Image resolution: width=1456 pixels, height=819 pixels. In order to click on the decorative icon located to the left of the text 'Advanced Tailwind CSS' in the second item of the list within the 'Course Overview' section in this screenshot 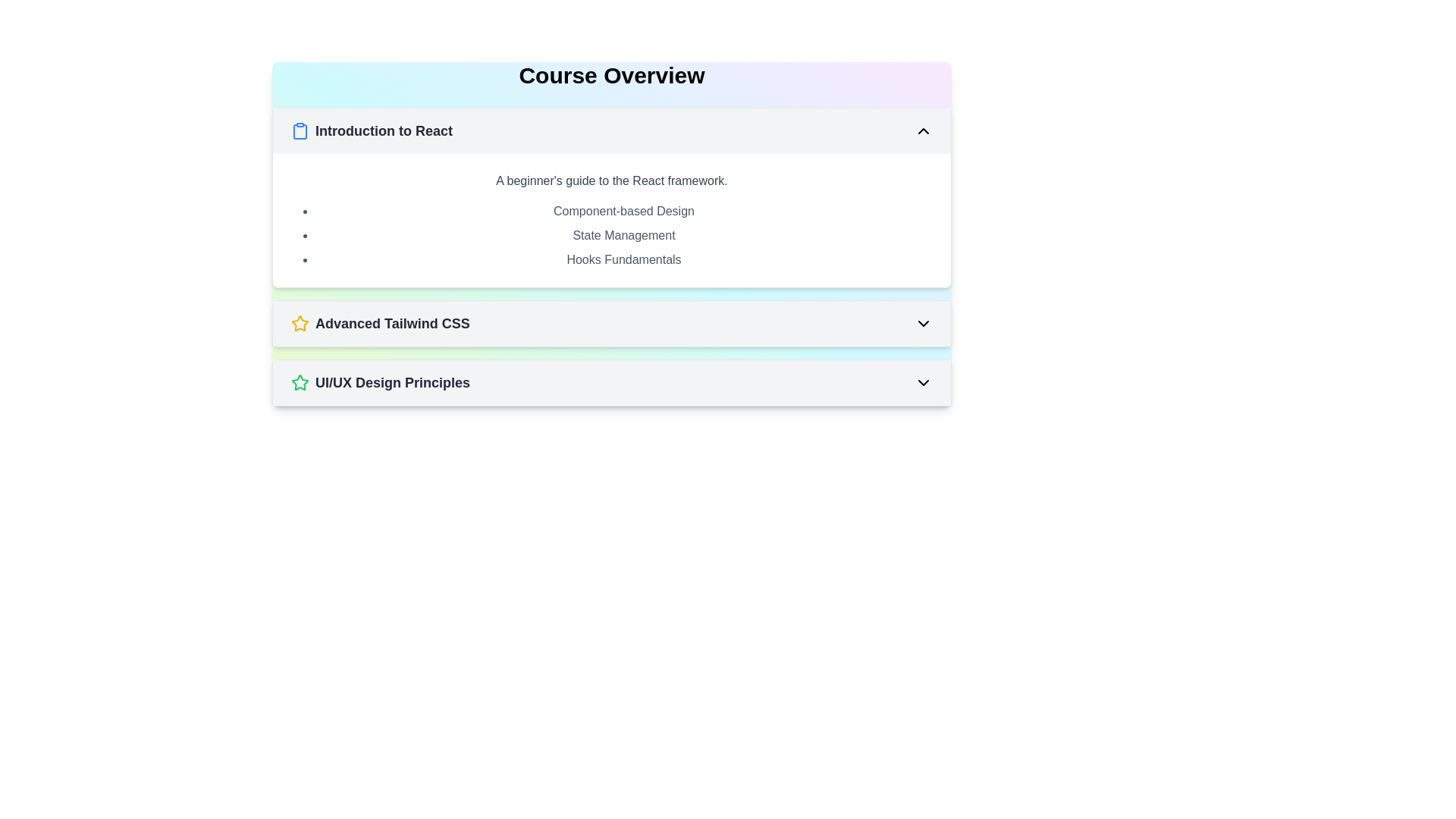, I will do `click(300, 381)`.